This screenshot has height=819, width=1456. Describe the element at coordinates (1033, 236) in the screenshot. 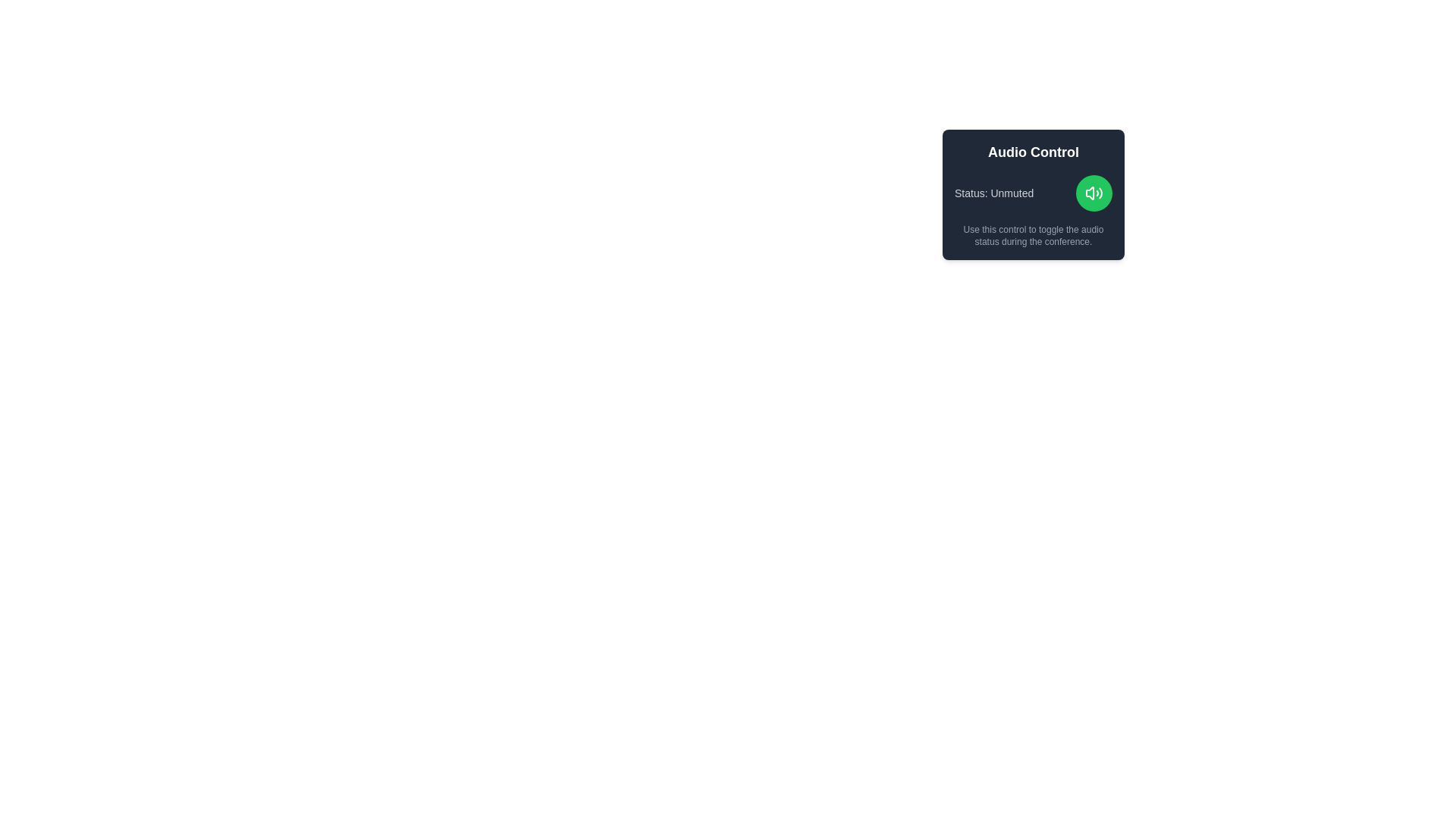

I see `the instructional Static Text within the 'Audio Control' card, located below the 'Status: Unmuted' label and green icon` at that location.